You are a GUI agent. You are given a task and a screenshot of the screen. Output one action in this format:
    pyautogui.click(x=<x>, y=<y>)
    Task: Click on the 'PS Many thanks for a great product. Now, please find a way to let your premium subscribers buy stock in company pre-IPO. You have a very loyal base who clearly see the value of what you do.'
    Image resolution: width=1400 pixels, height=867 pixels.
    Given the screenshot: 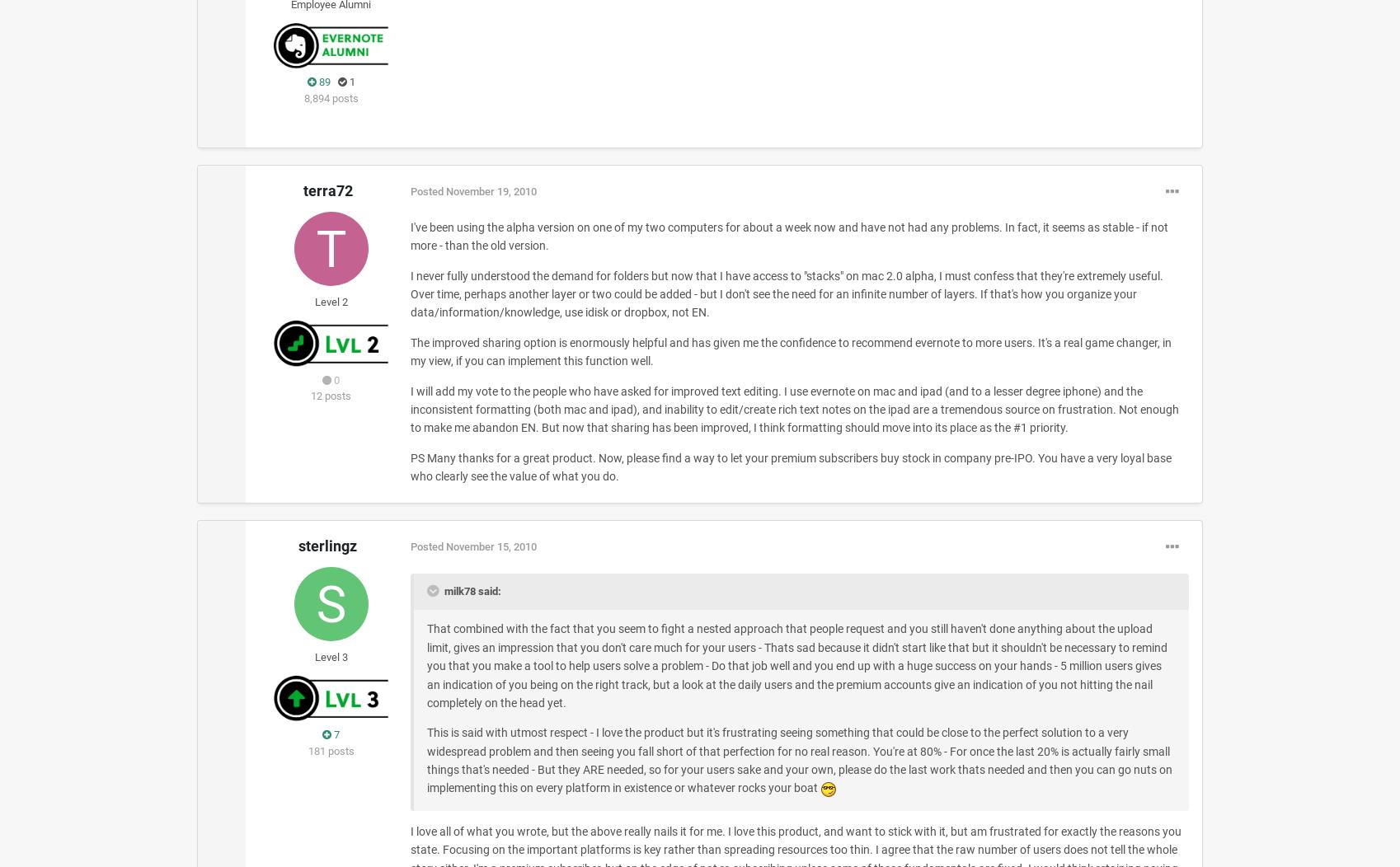 What is the action you would take?
    pyautogui.click(x=409, y=466)
    